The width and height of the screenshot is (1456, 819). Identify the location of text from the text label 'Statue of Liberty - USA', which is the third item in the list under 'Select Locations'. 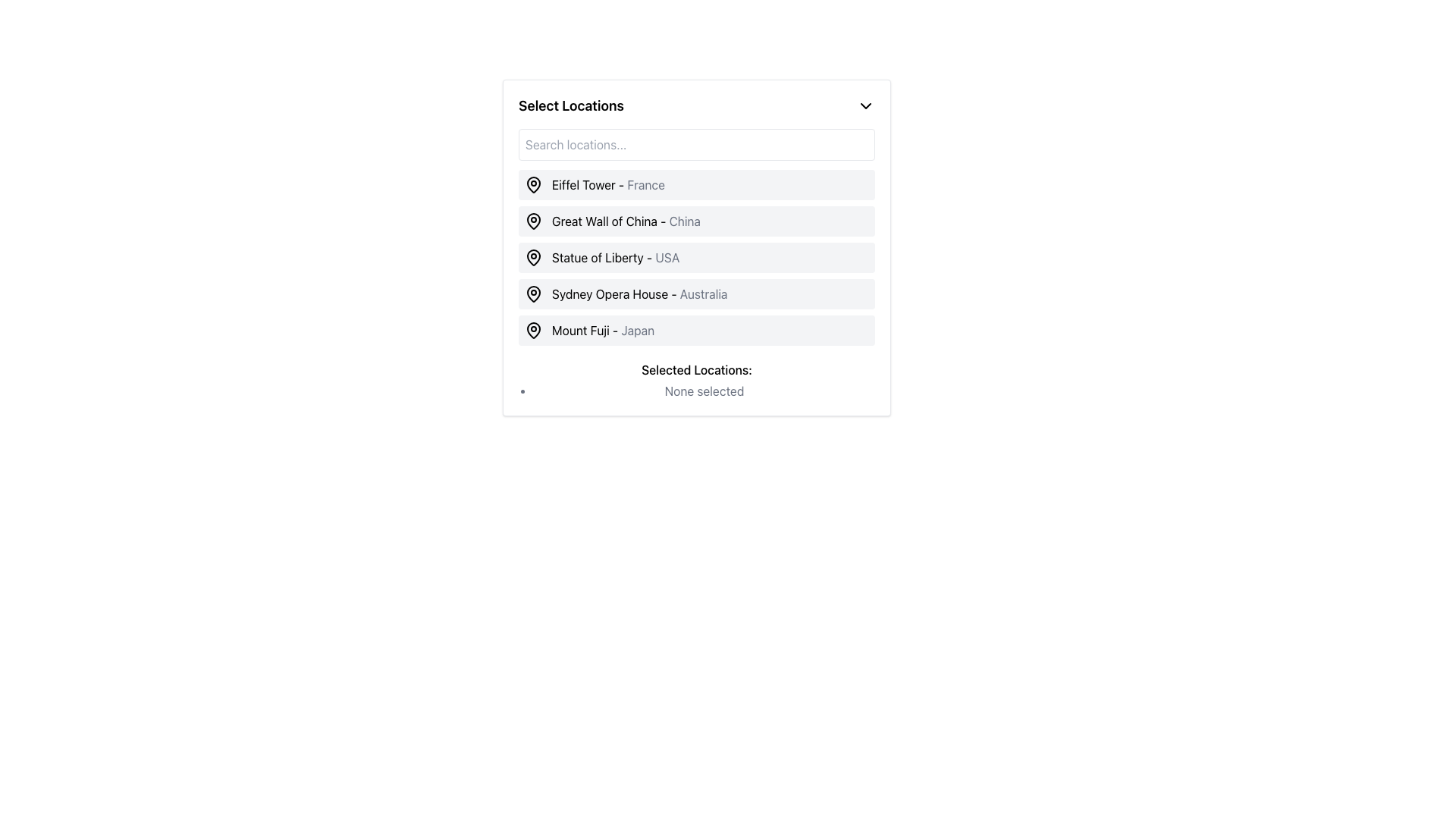
(616, 256).